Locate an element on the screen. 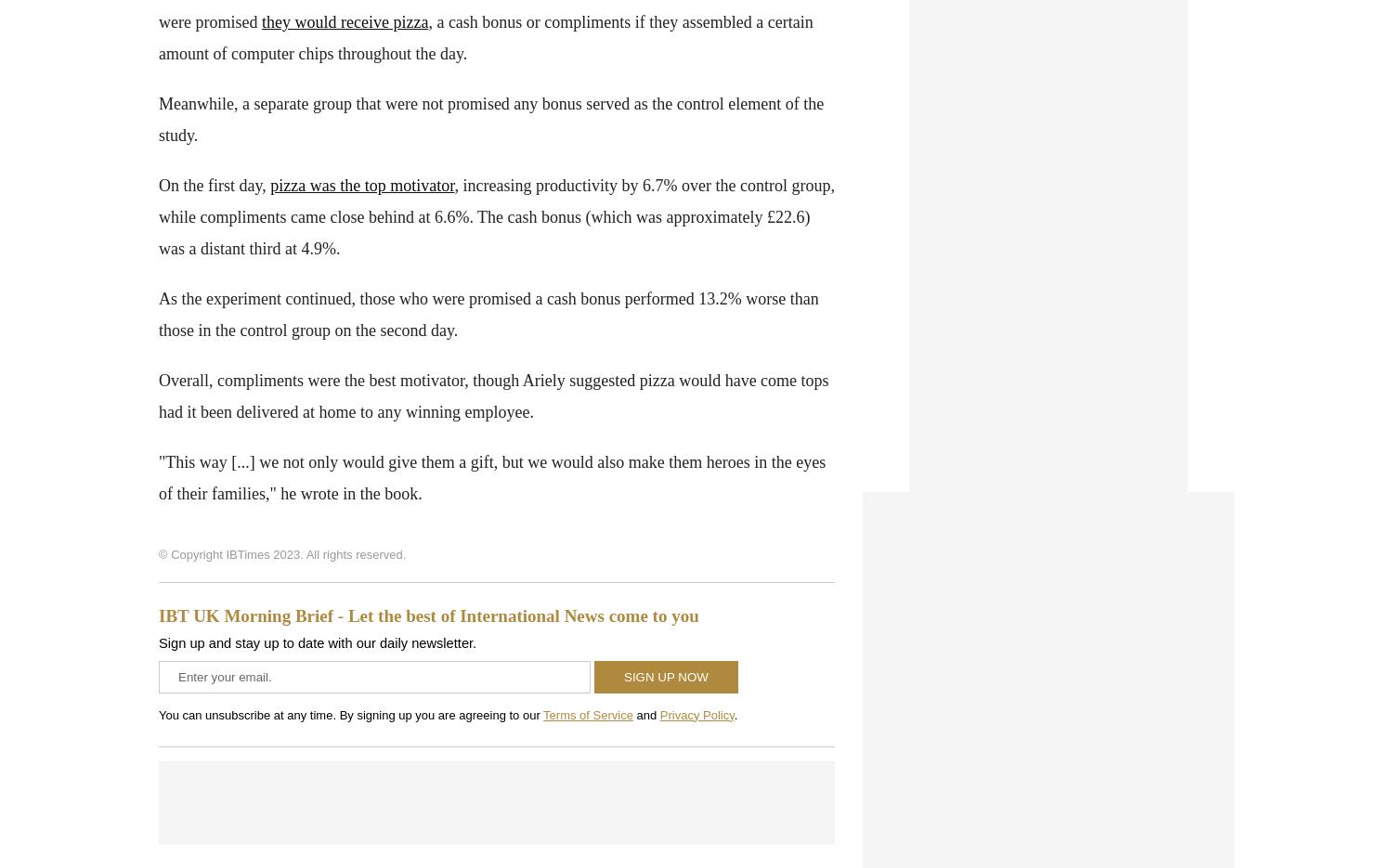 Image resolution: width=1393 pixels, height=868 pixels. '© Copyright IBTimes 2023. All rights reserved.' is located at coordinates (282, 552).